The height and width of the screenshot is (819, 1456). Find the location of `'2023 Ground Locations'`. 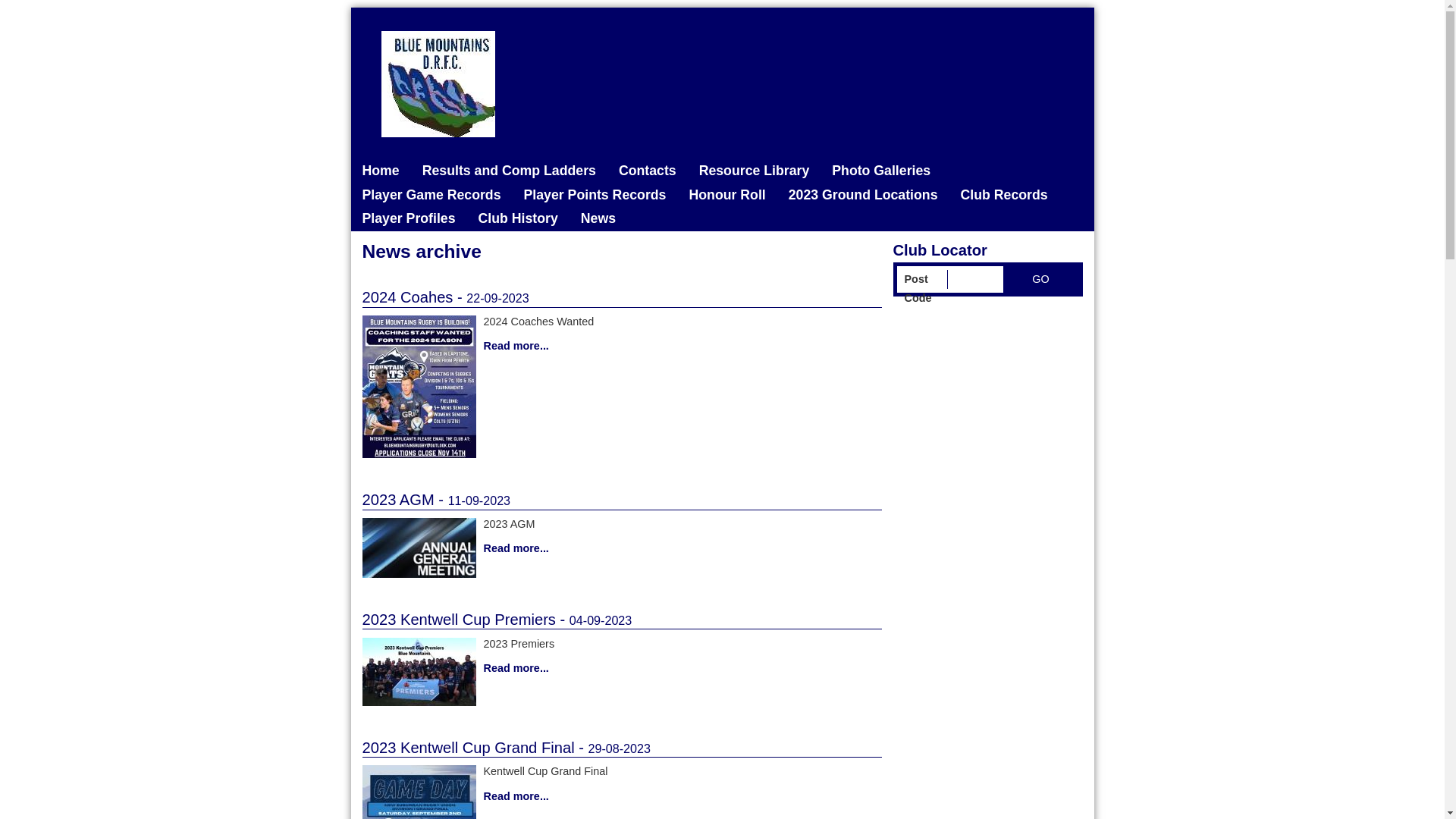

'2023 Ground Locations' is located at coordinates (863, 195).